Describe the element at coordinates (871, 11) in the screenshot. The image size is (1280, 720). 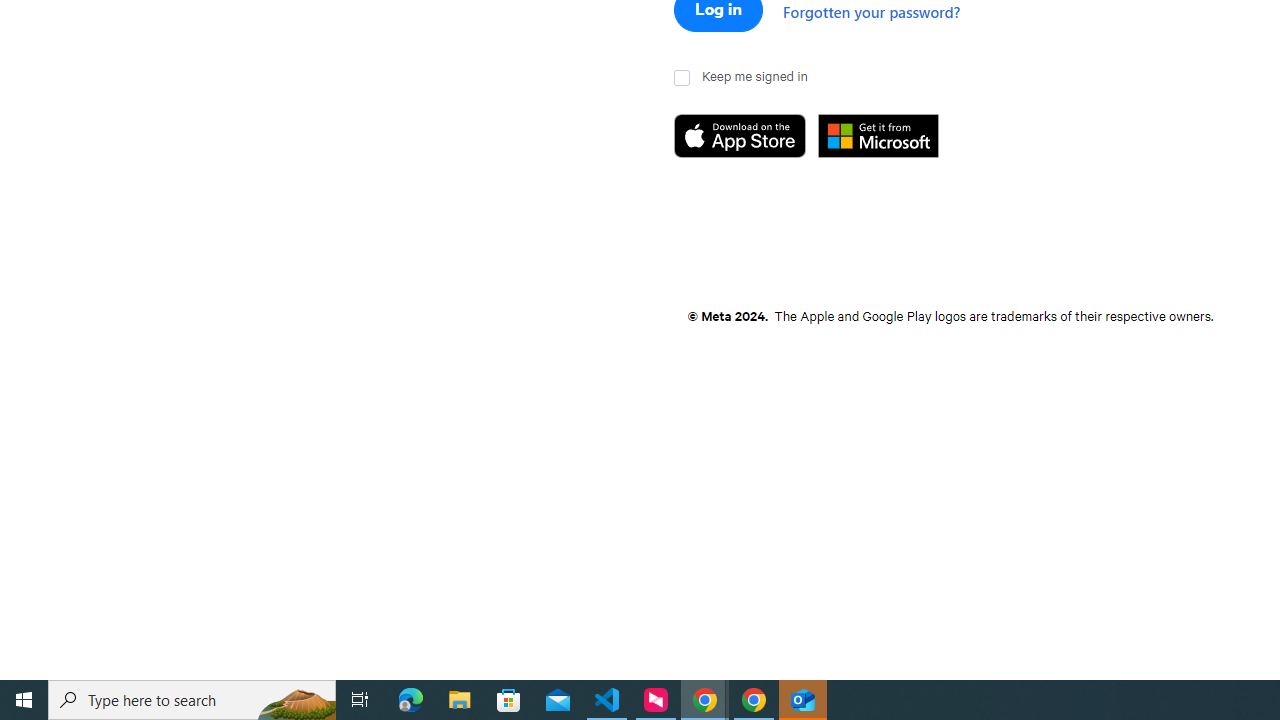
I see `'Forgotten your password?'` at that location.